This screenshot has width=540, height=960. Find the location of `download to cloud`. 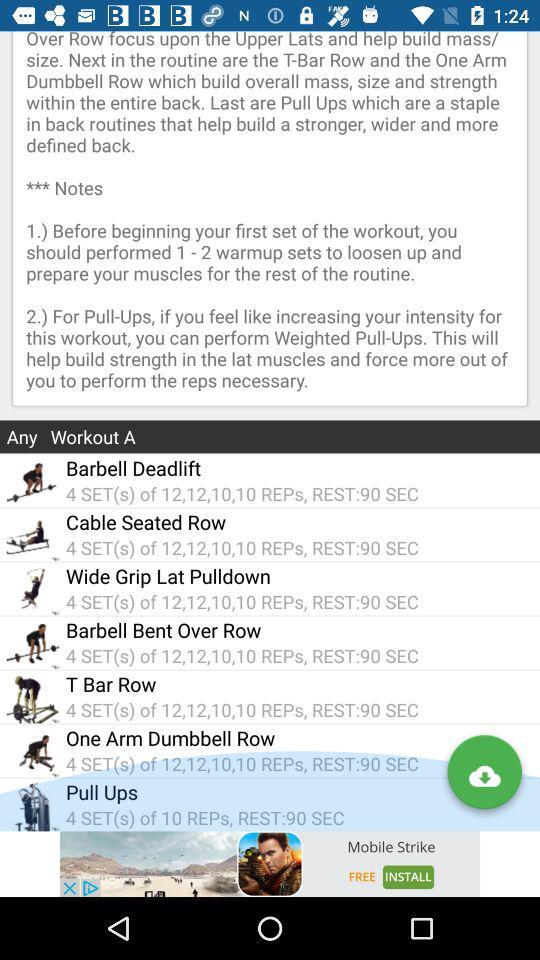

download to cloud is located at coordinates (483, 775).